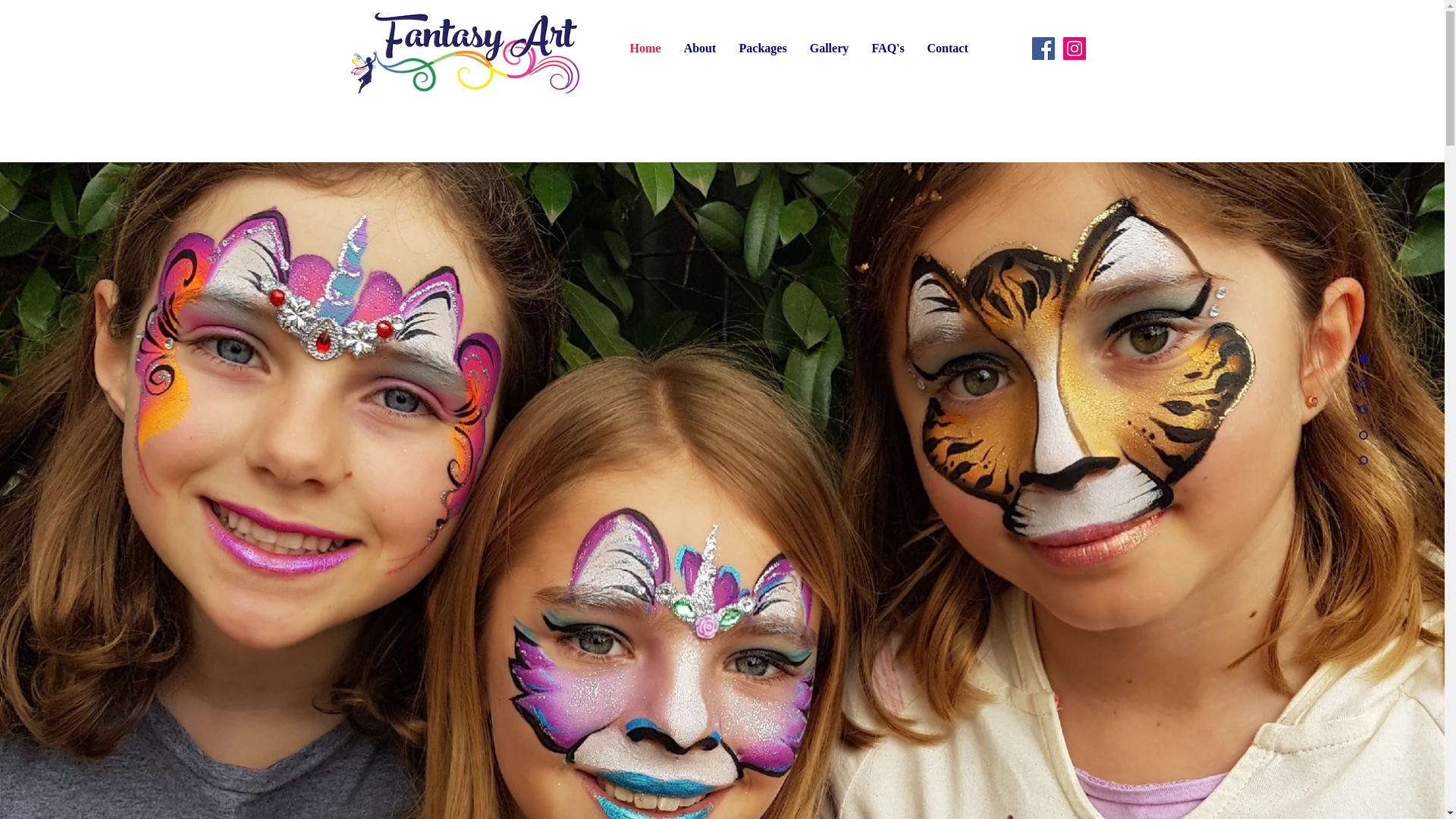 The height and width of the screenshot is (819, 1456). Describe the element at coordinates (946, 48) in the screenshot. I see `'Contact'` at that location.